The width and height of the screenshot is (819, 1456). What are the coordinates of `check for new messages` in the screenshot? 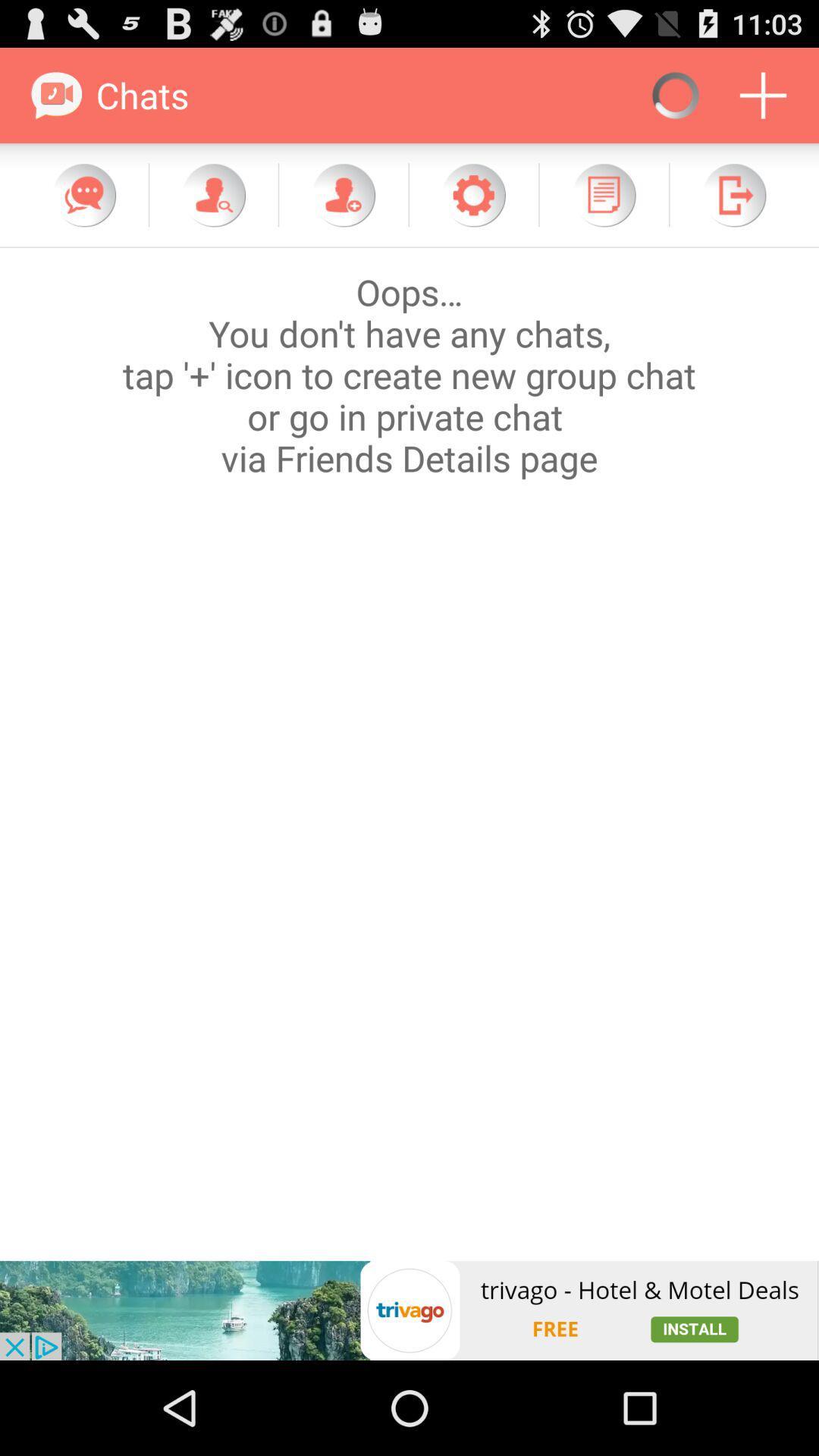 It's located at (84, 194).